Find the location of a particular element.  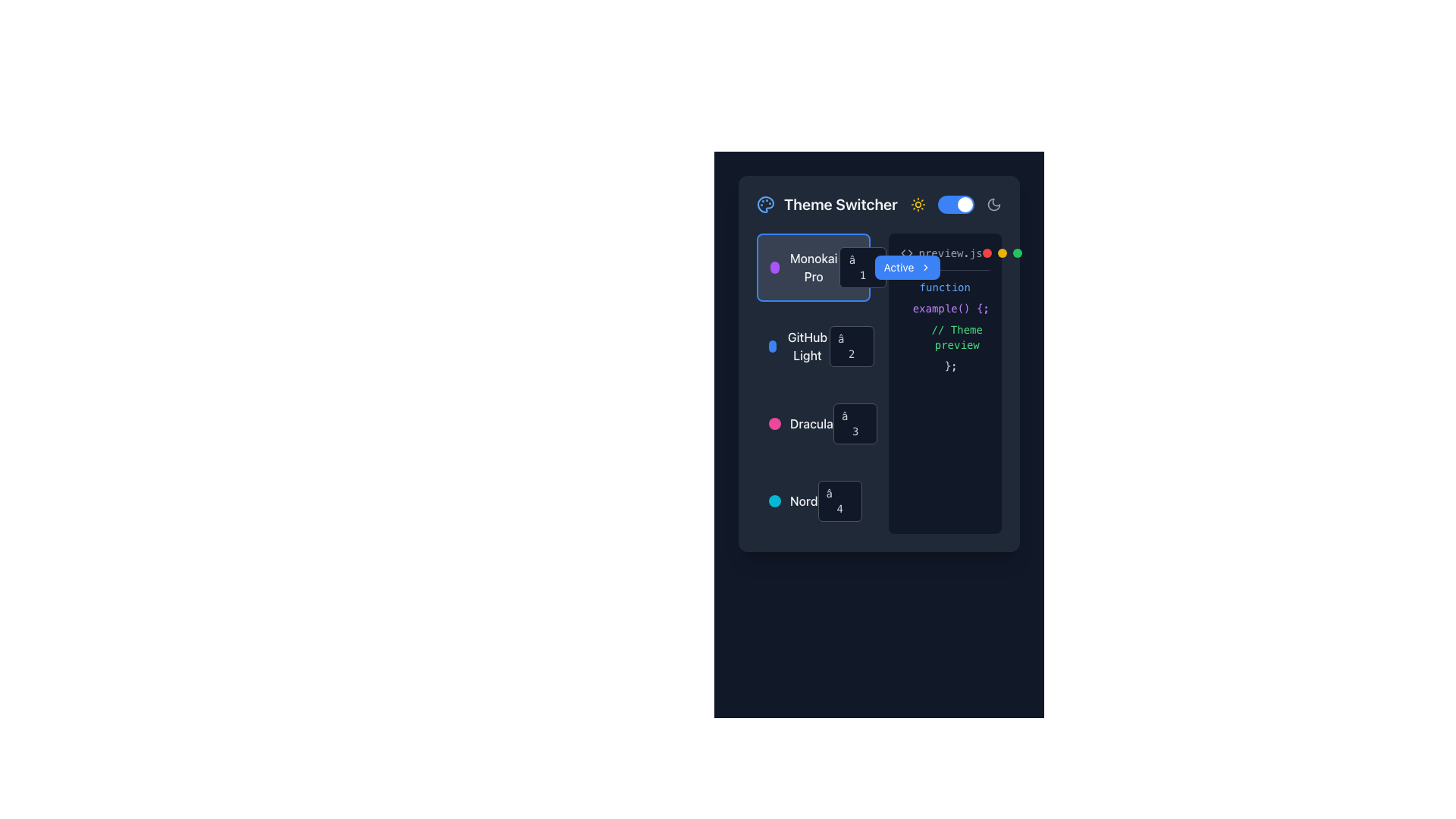

the static text element displaying the filename in the upper-right corner of the dark-themed code preview box is located at coordinates (944, 257).